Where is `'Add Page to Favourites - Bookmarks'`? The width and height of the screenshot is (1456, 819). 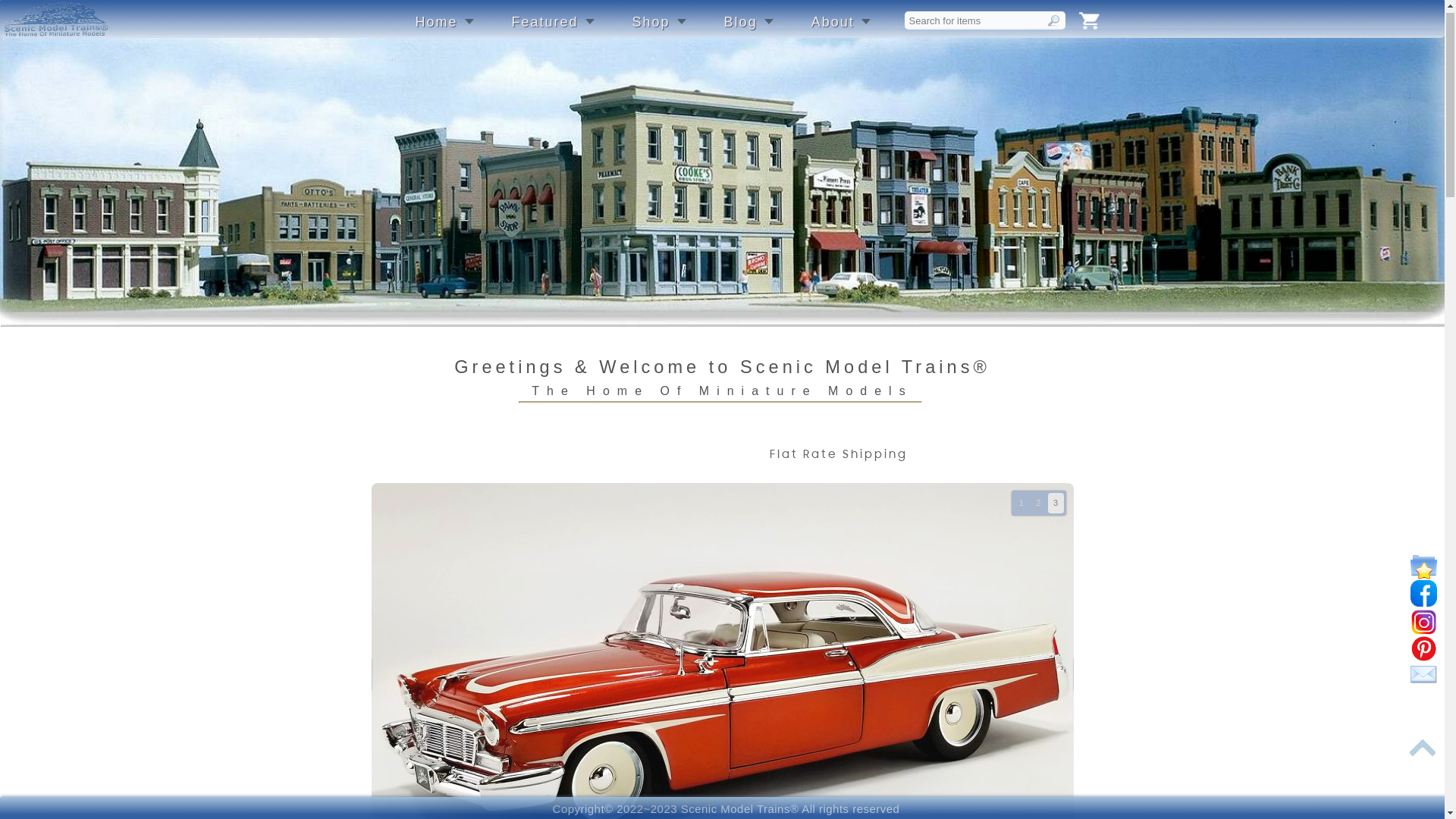
'Add Page to Favourites - Bookmarks' is located at coordinates (1423, 574).